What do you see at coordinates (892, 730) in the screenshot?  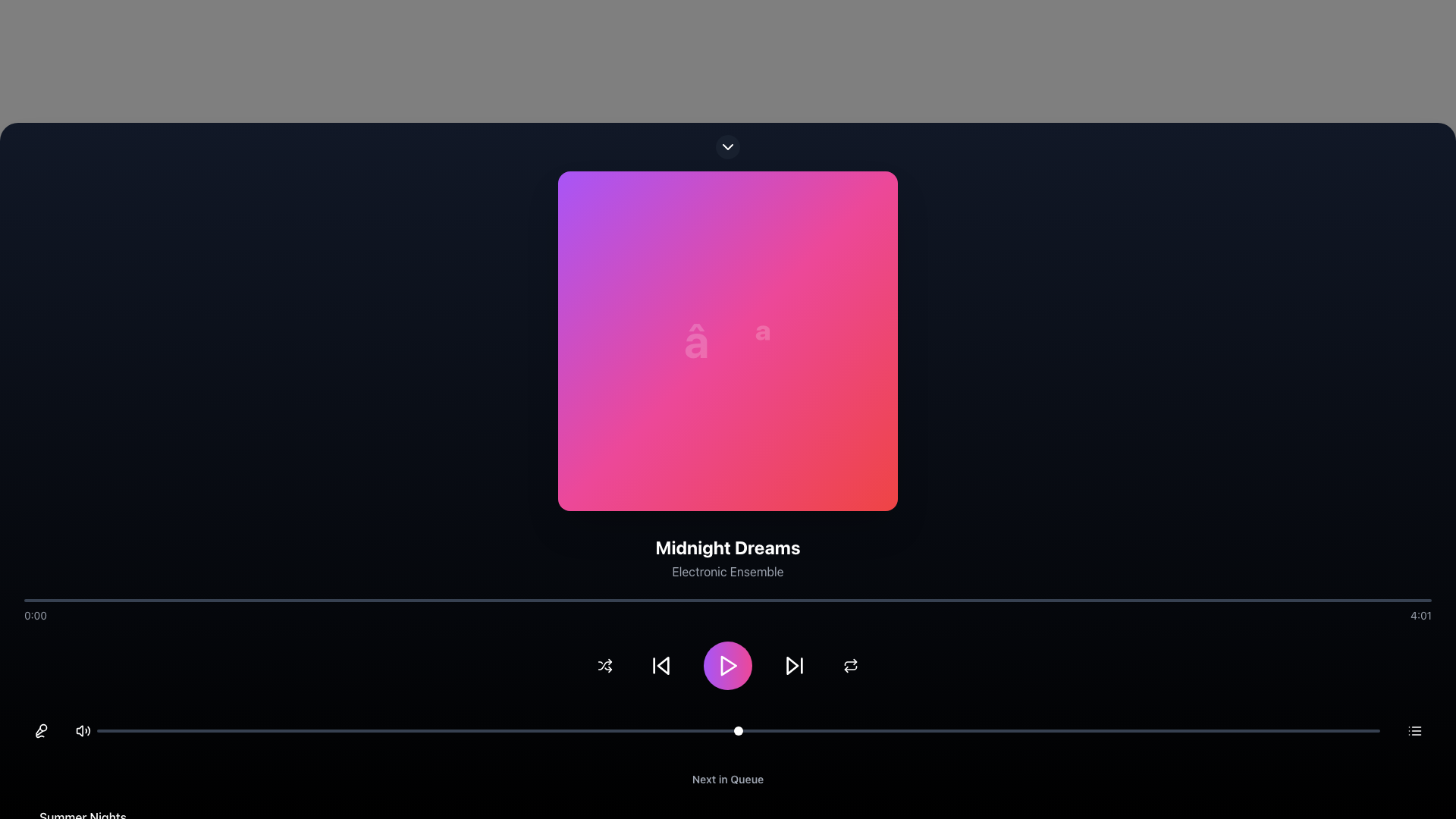 I see `the timeline position` at bounding box center [892, 730].